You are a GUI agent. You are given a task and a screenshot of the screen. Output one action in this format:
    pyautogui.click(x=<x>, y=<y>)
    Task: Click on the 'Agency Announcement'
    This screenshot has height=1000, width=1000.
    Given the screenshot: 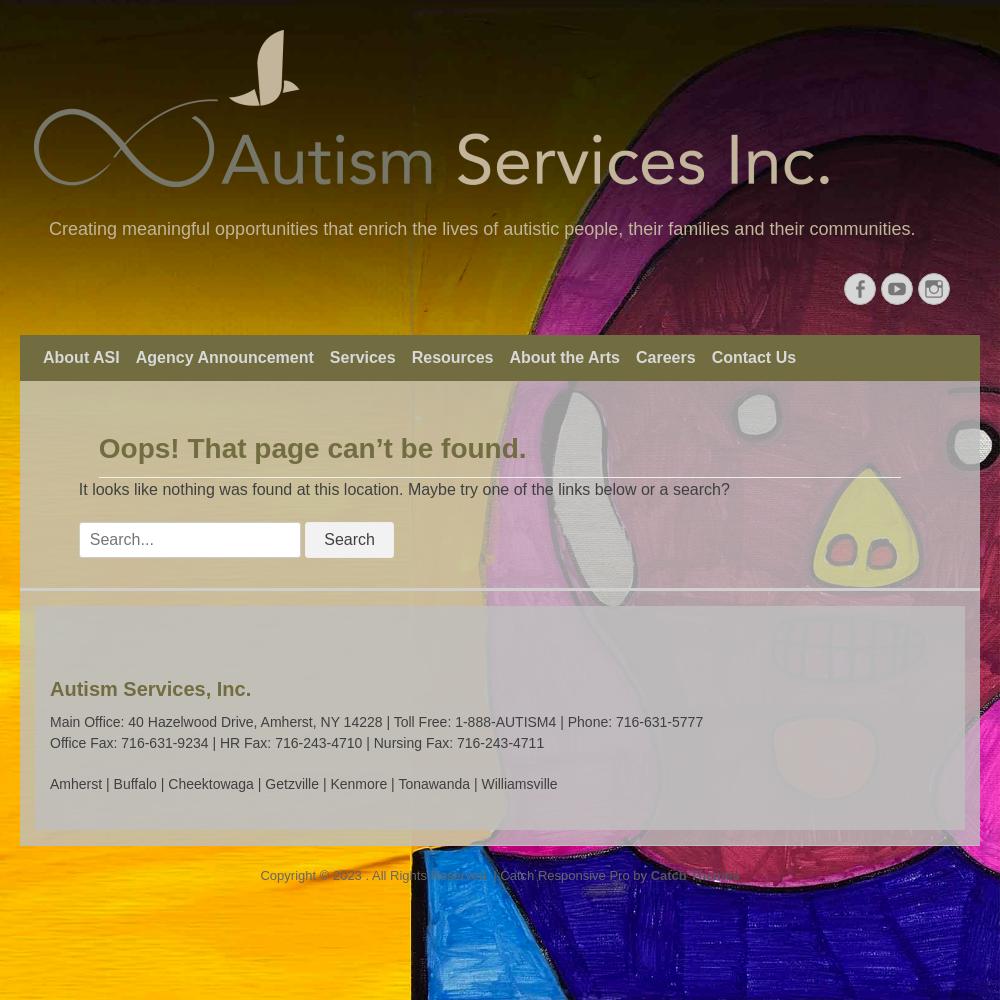 What is the action you would take?
    pyautogui.click(x=223, y=356)
    